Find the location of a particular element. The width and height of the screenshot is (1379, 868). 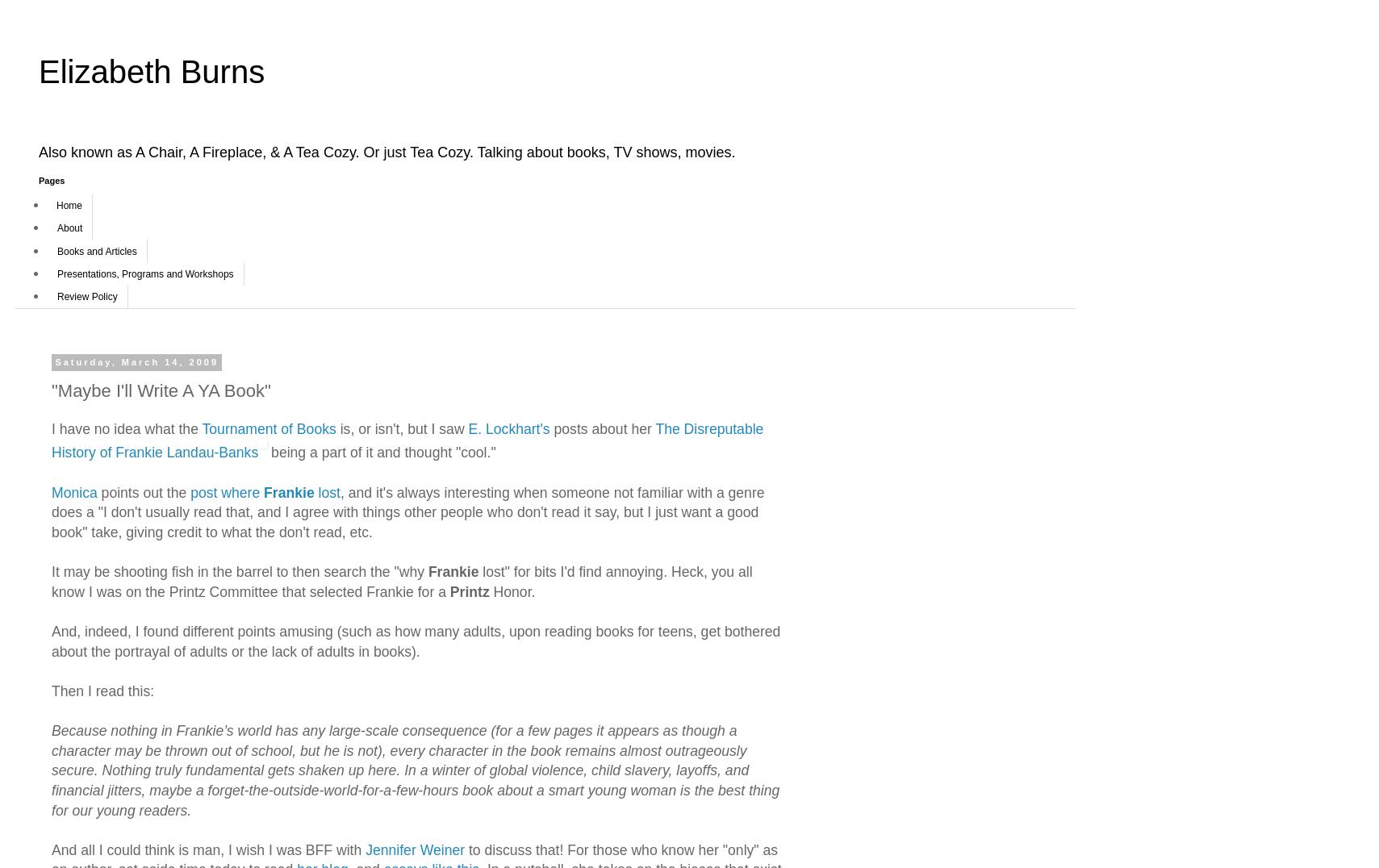

'It may be shooting fish in the barrel to then search the "why' is located at coordinates (239, 571).